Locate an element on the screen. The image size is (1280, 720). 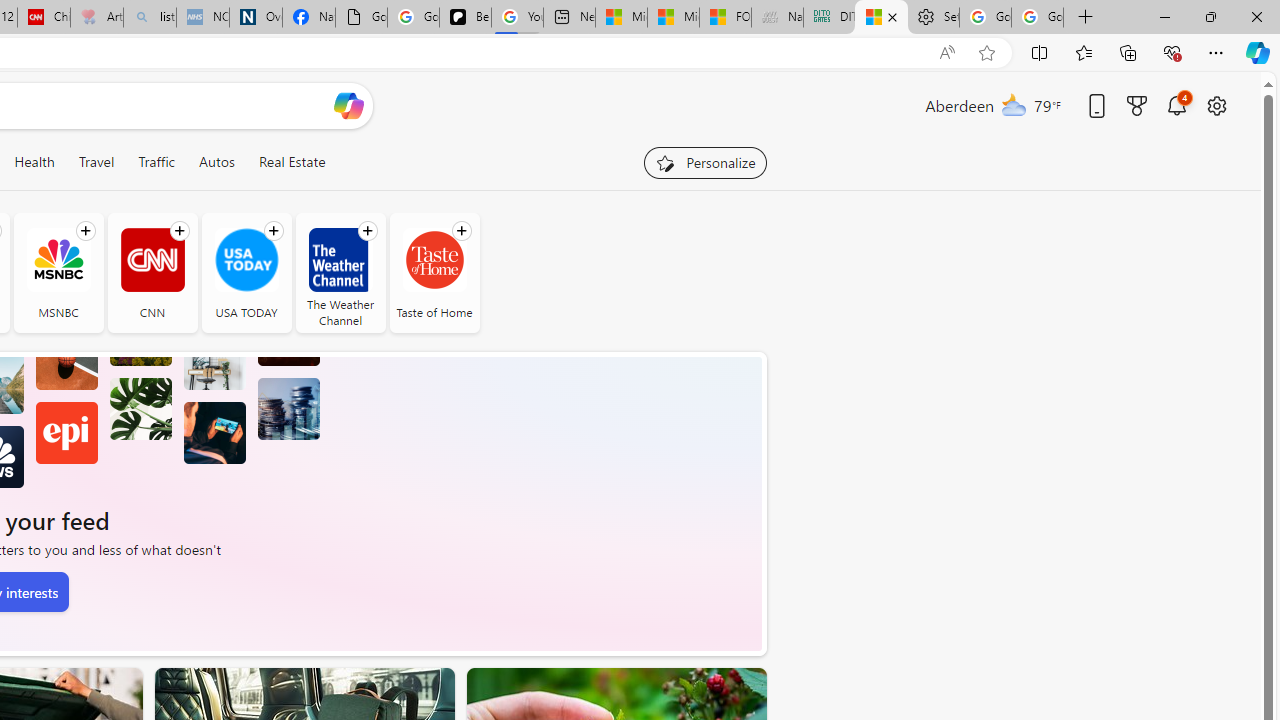
'Follow channel' is located at coordinates (460, 230).